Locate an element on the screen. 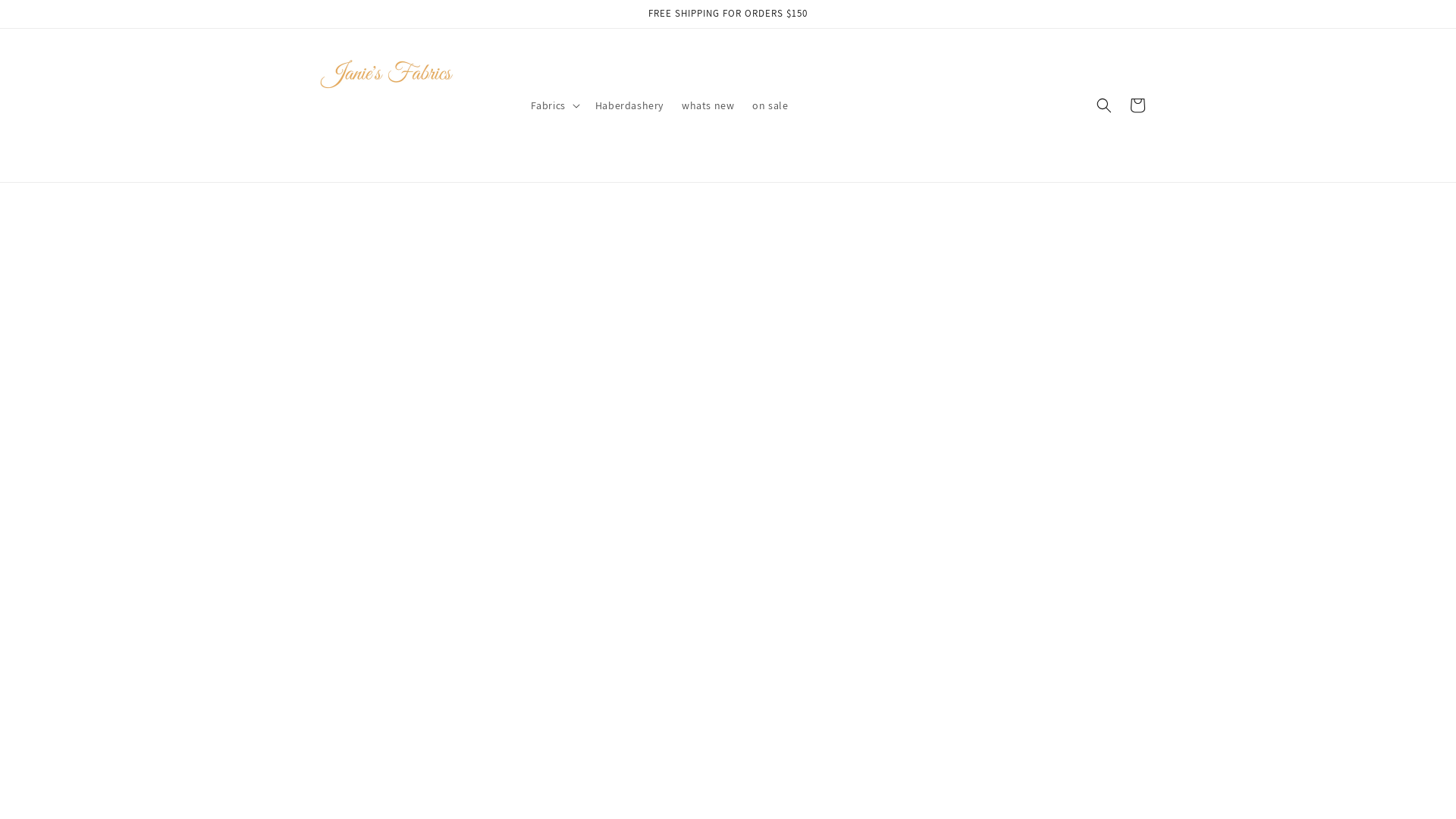  'on sale' is located at coordinates (770, 104).